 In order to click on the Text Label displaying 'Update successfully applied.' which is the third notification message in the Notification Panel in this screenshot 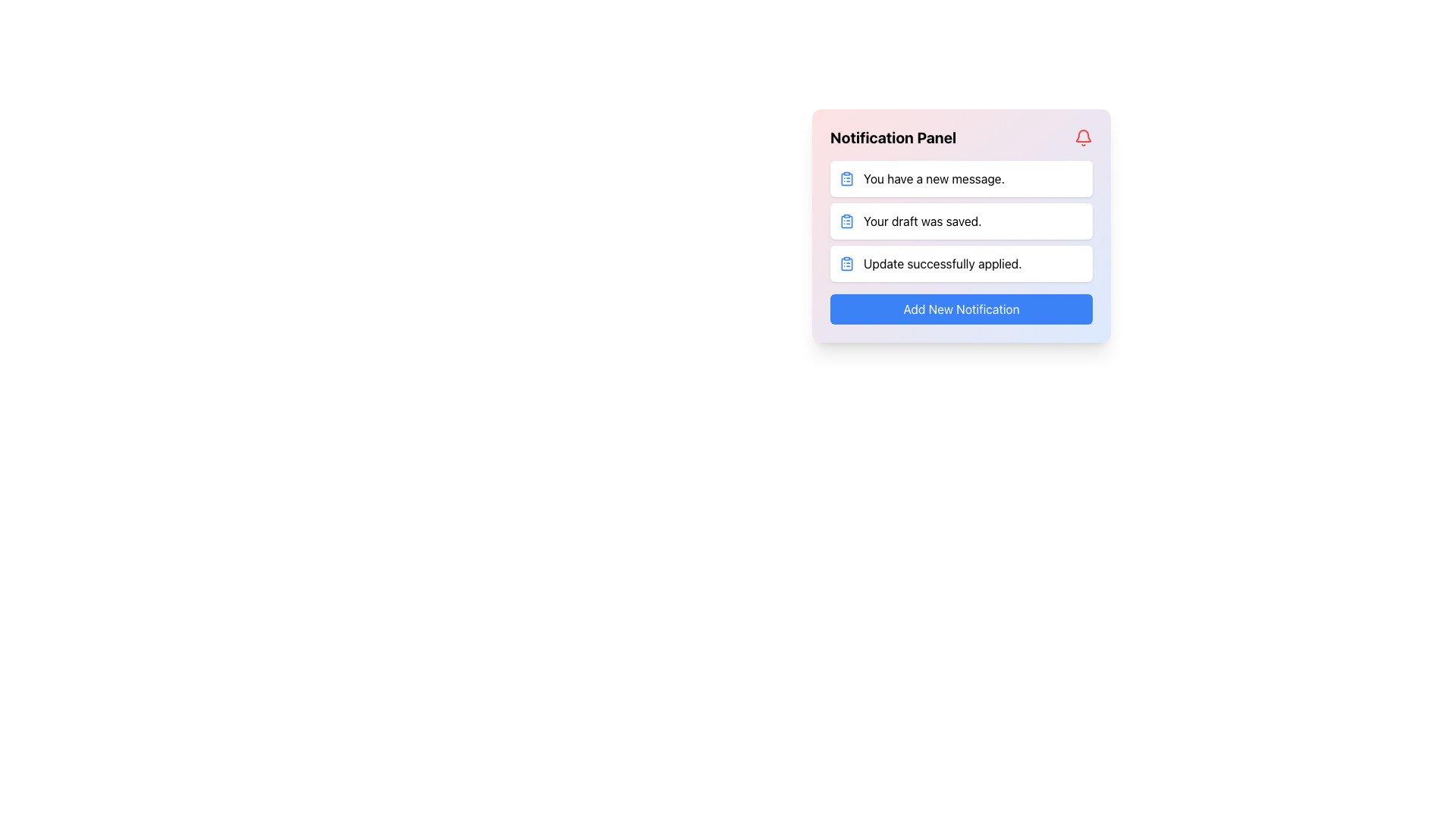, I will do `click(942, 262)`.